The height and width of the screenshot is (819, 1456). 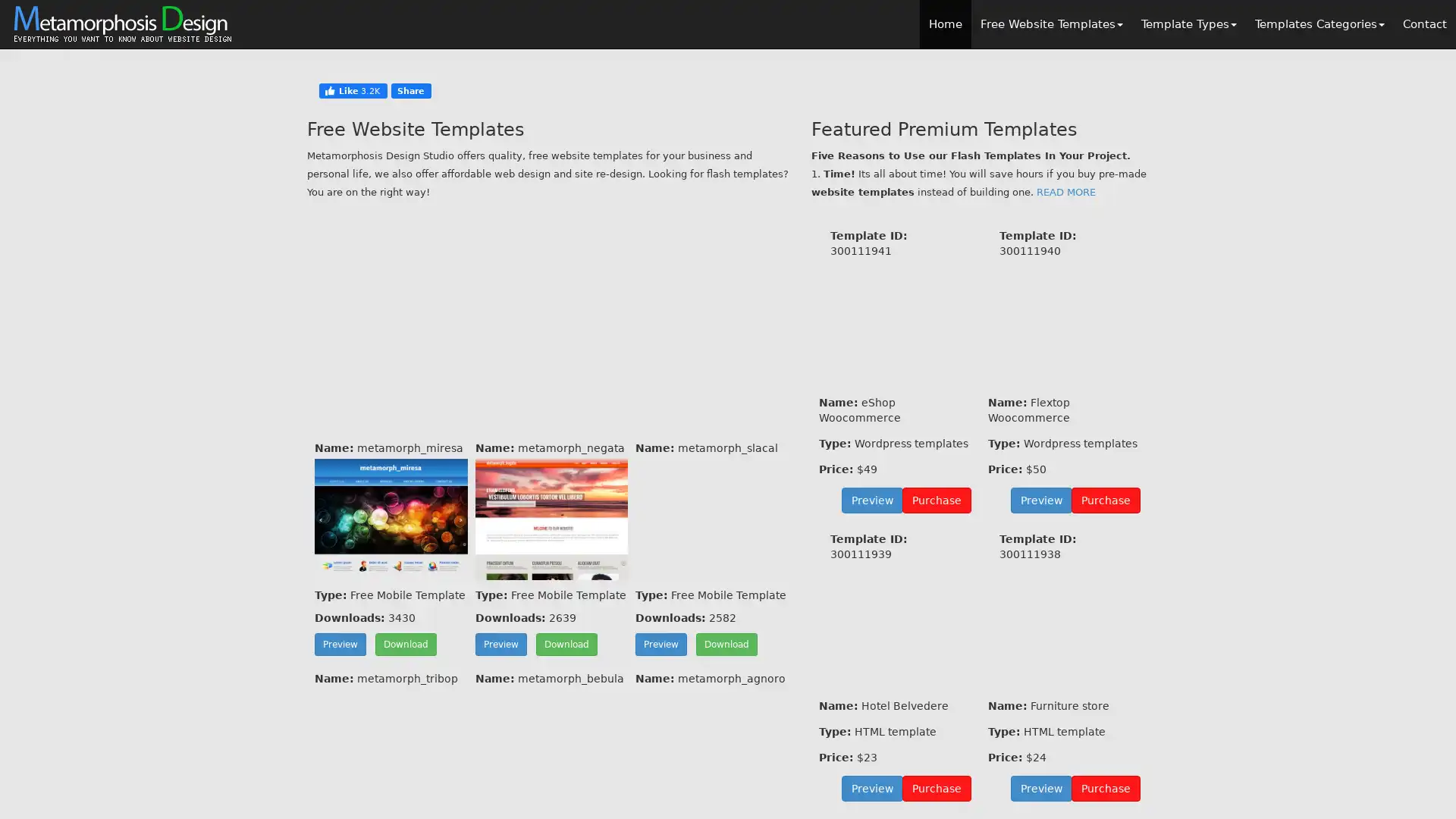 What do you see at coordinates (1040, 500) in the screenshot?
I see `Preview` at bounding box center [1040, 500].